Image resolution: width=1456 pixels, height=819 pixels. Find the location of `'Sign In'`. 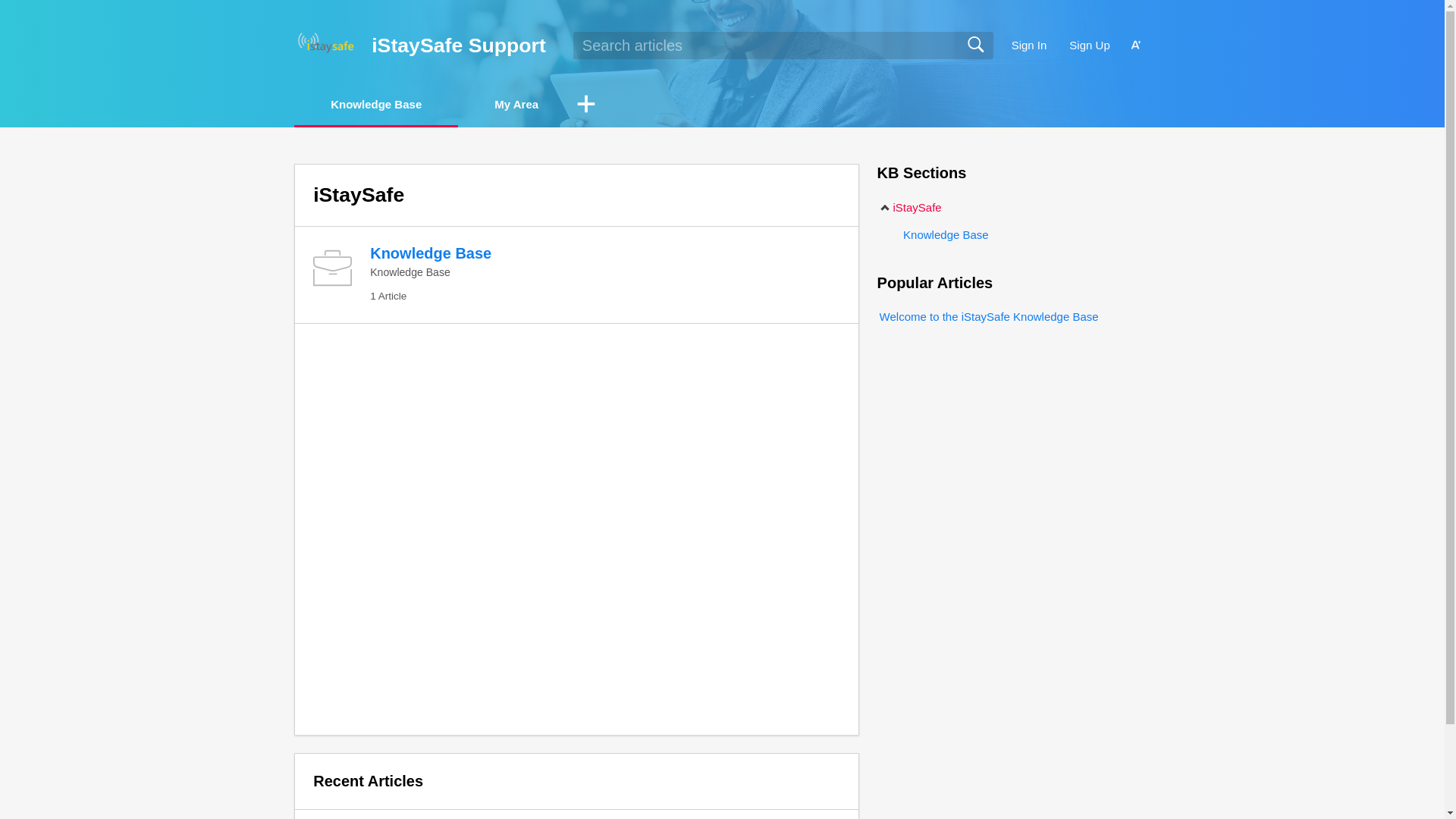

'Sign In' is located at coordinates (1012, 45).